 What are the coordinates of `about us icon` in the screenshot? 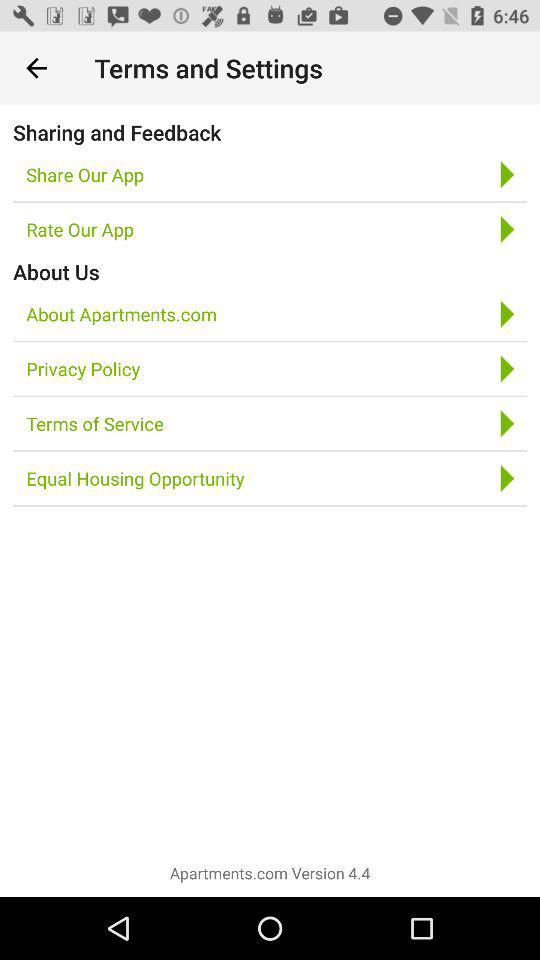 It's located at (56, 270).